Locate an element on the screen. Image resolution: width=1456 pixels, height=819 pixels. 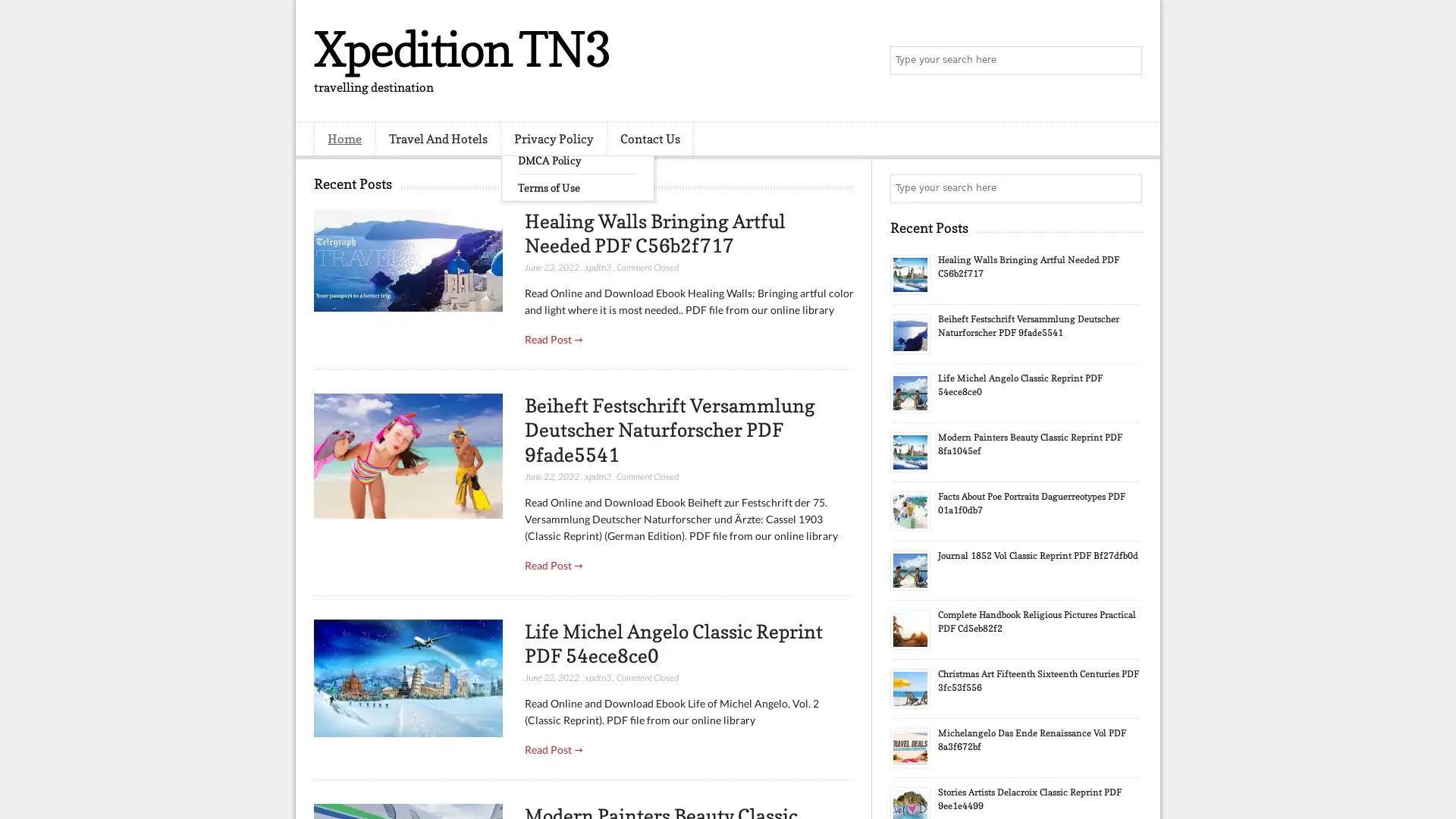
Search is located at coordinates (1126, 188).